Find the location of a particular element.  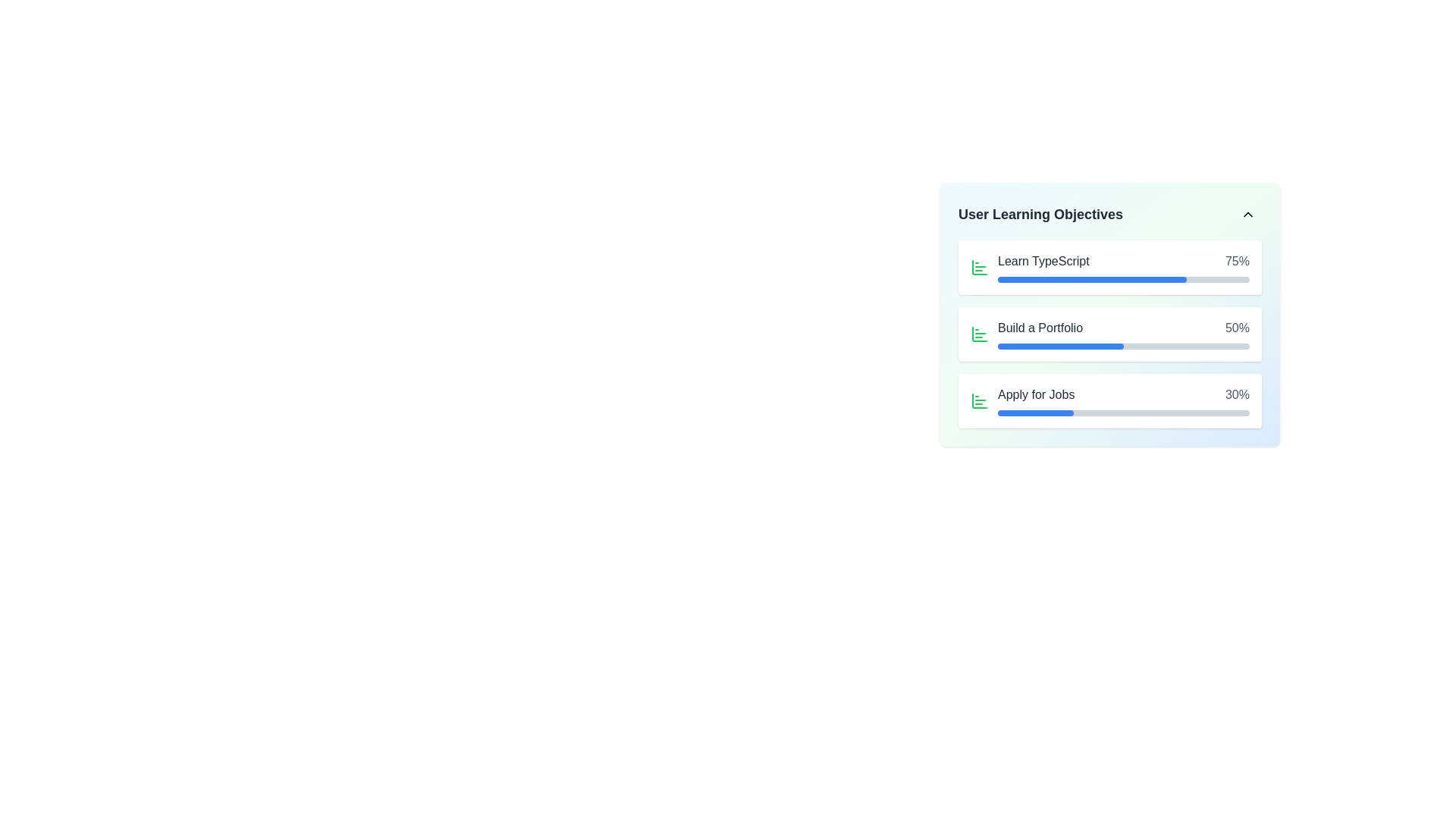

progress percentage displayed in the text label located on the right side of the 'Build a Portfolio' progress indicator, which is the second entry in the list of learning objectives is located at coordinates (1238, 327).